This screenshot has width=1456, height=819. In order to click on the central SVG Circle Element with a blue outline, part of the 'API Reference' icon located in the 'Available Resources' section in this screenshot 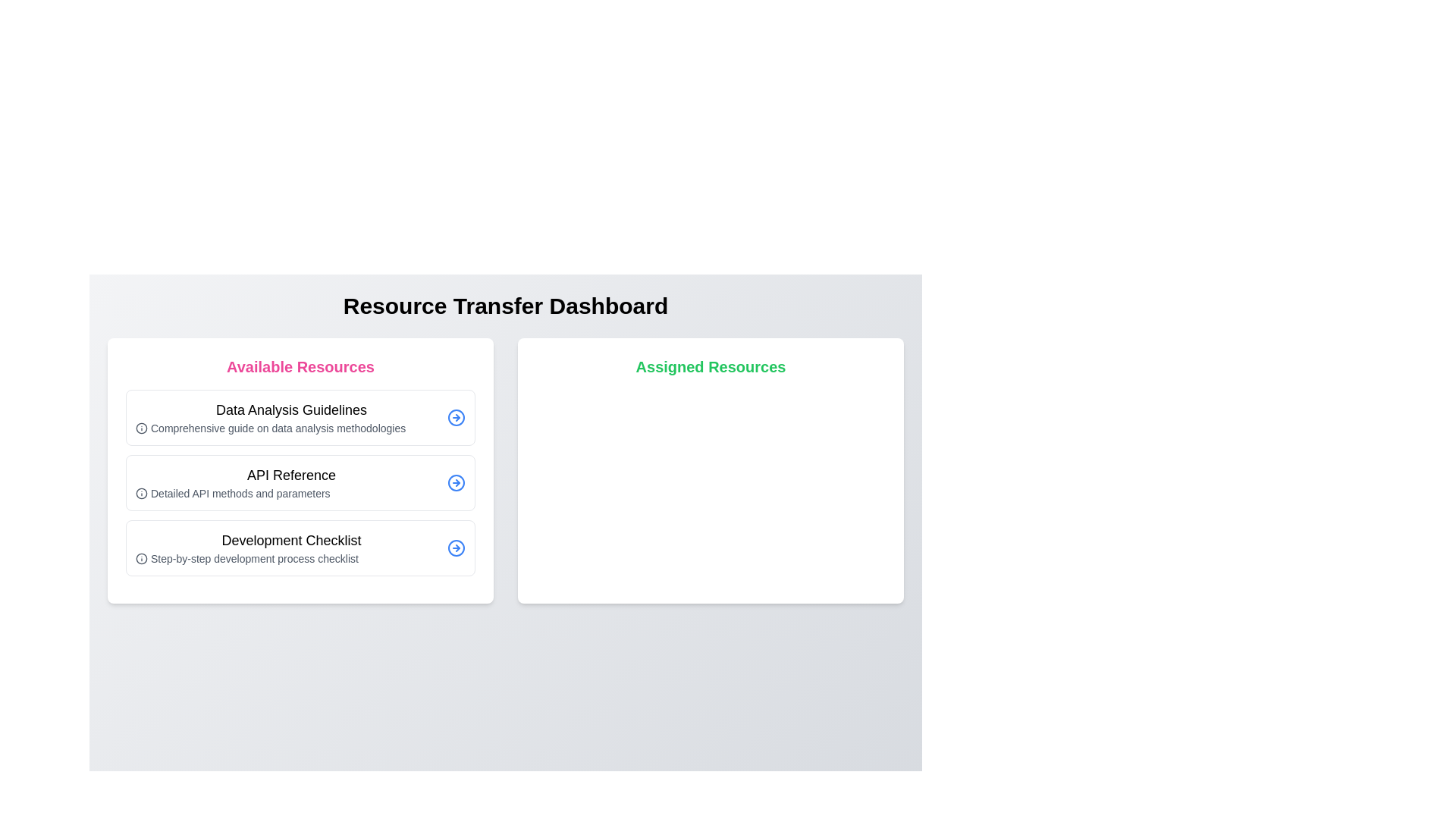, I will do `click(455, 482)`.